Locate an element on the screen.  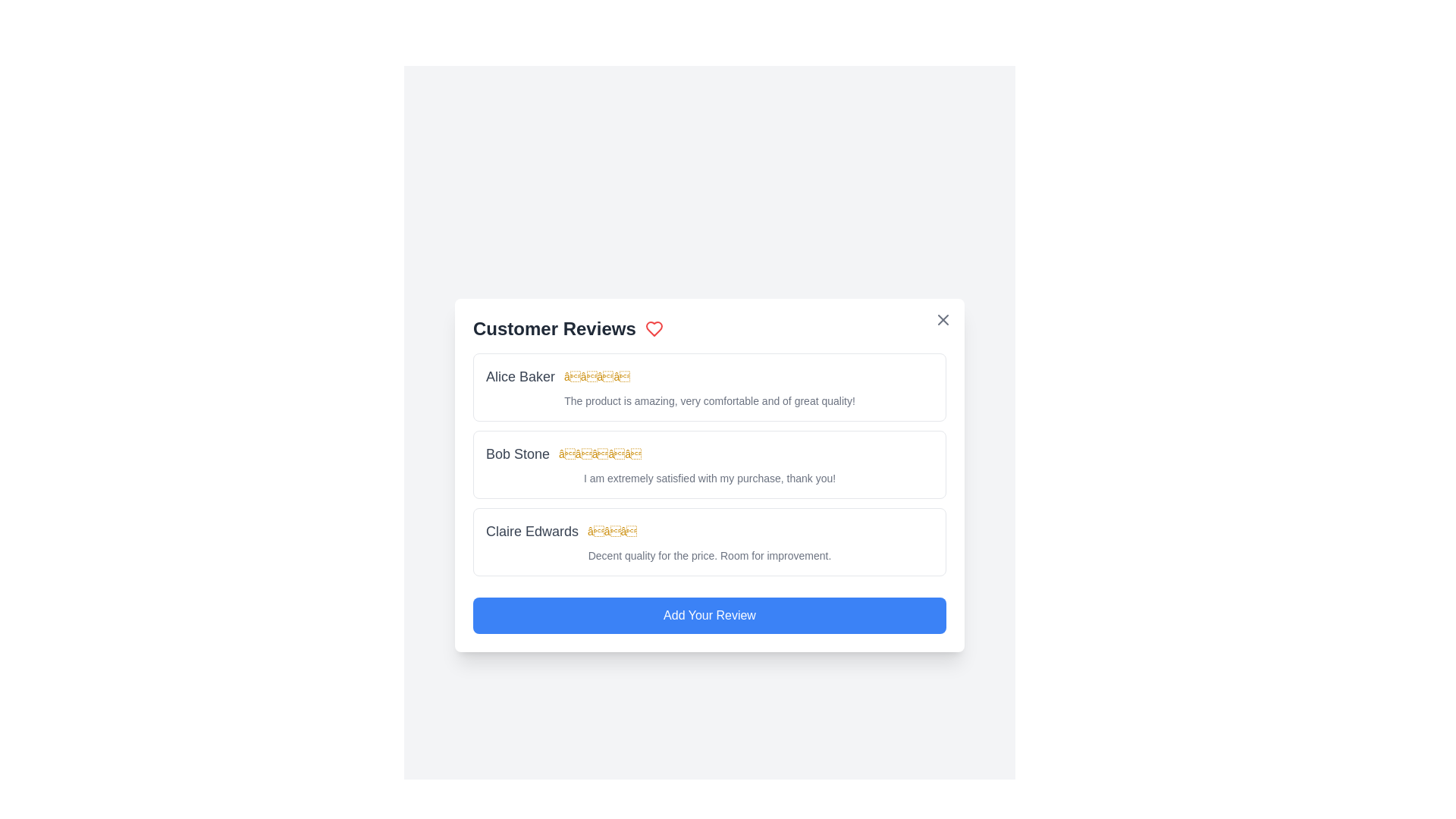
the heart icon to interact with it is located at coordinates (654, 328).